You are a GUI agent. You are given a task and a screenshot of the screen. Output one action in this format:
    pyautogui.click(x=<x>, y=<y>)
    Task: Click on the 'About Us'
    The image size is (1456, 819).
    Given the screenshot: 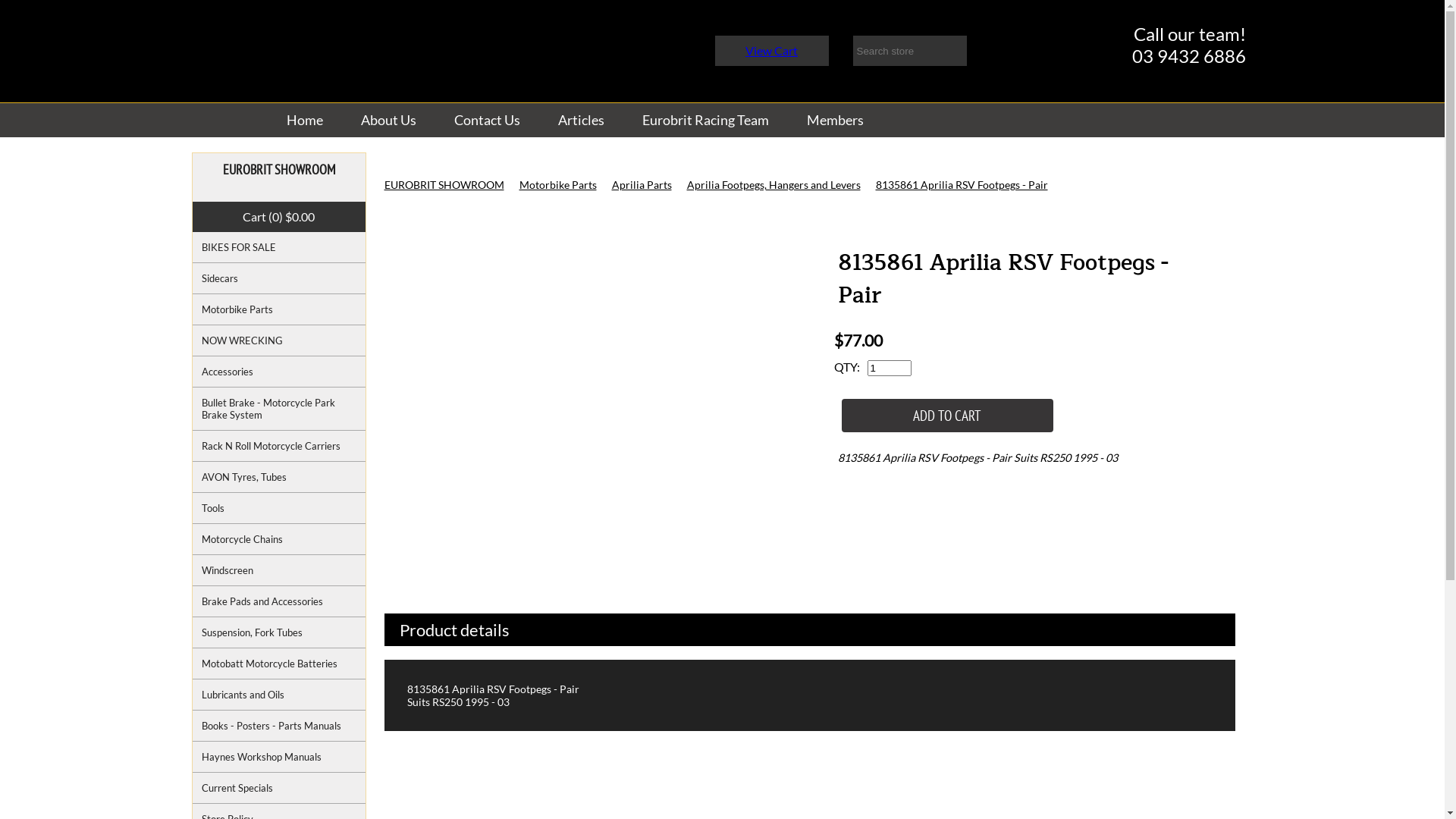 What is the action you would take?
    pyautogui.click(x=388, y=119)
    